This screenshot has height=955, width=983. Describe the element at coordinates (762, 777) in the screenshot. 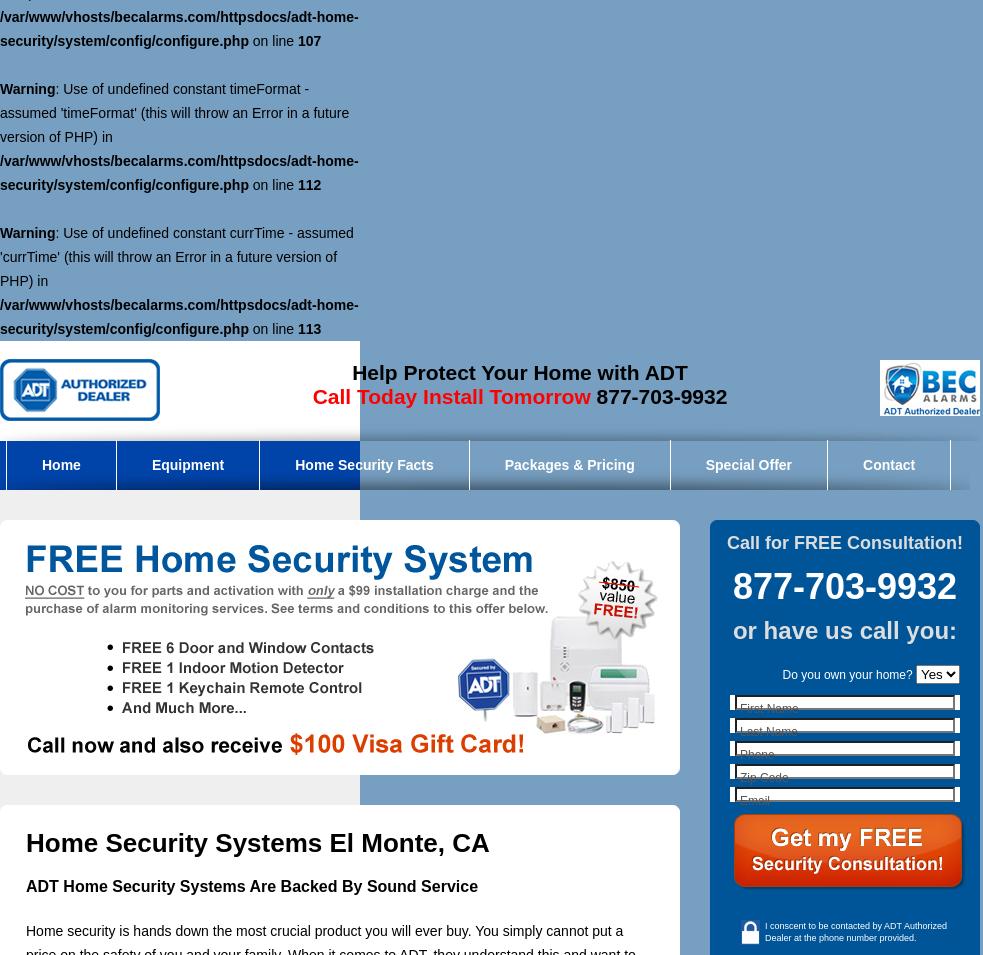

I see `'Zip Code'` at that location.